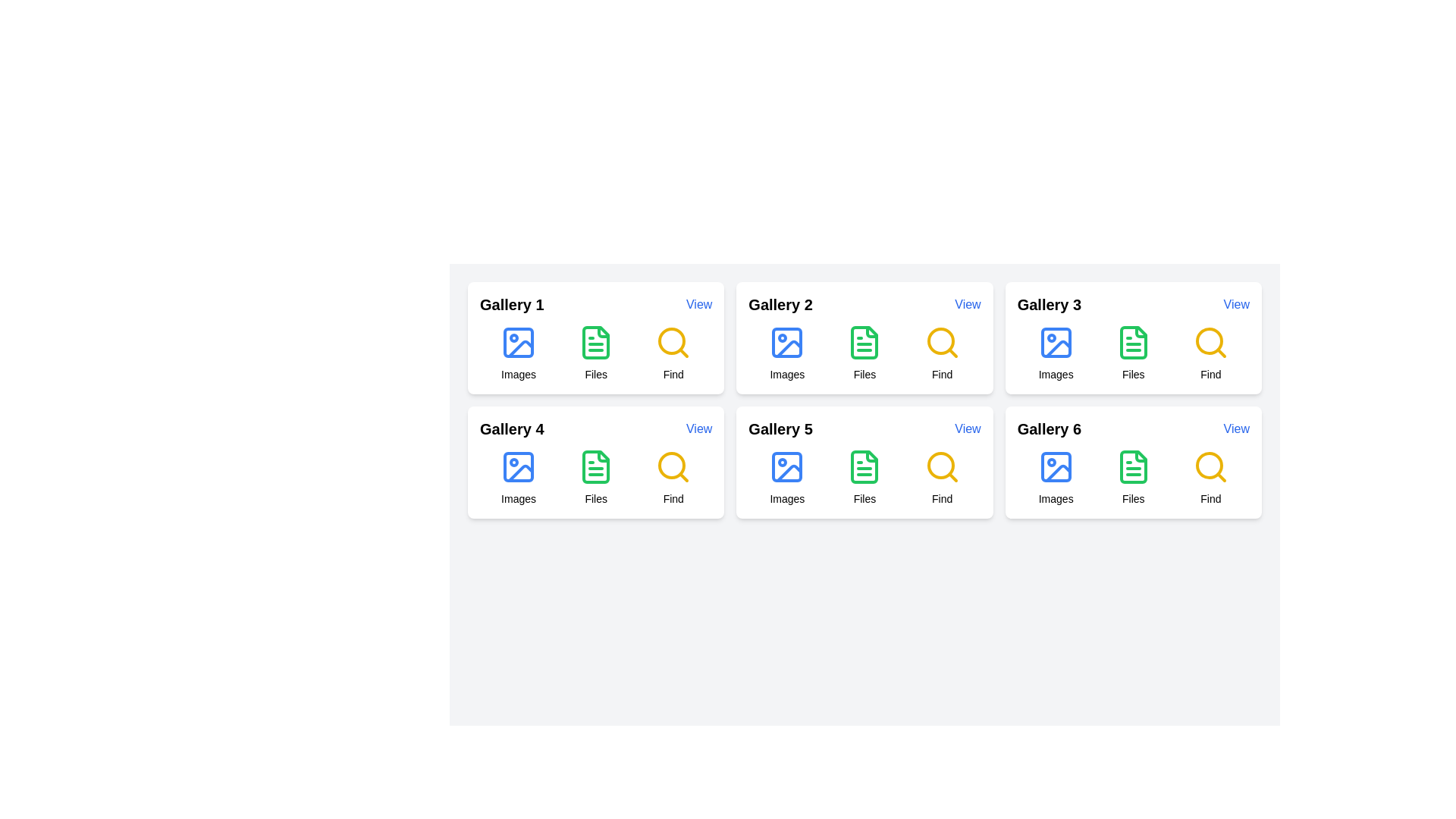 This screenshot has height=819, width=1456. What do you see at coordinates (595, 342) in the screenshot?
I see `the green file icon in the 'Files' section, which is the middle icon in the first card of the top row in the grid layout` at bounding box center [595, 342].